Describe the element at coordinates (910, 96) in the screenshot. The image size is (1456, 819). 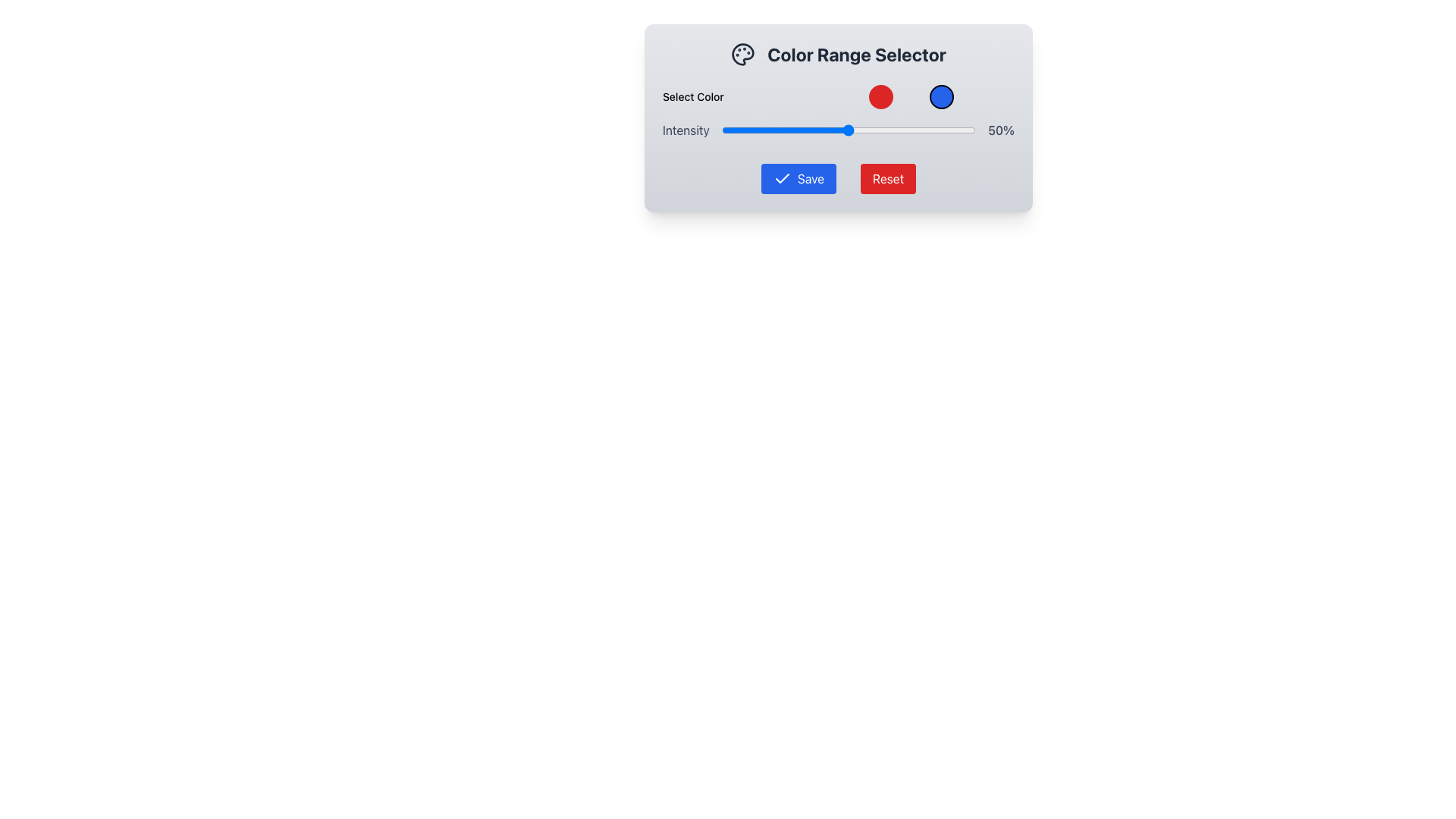
I see `the green circular button, which is the second button in a horizontal row of buttons` at that location.